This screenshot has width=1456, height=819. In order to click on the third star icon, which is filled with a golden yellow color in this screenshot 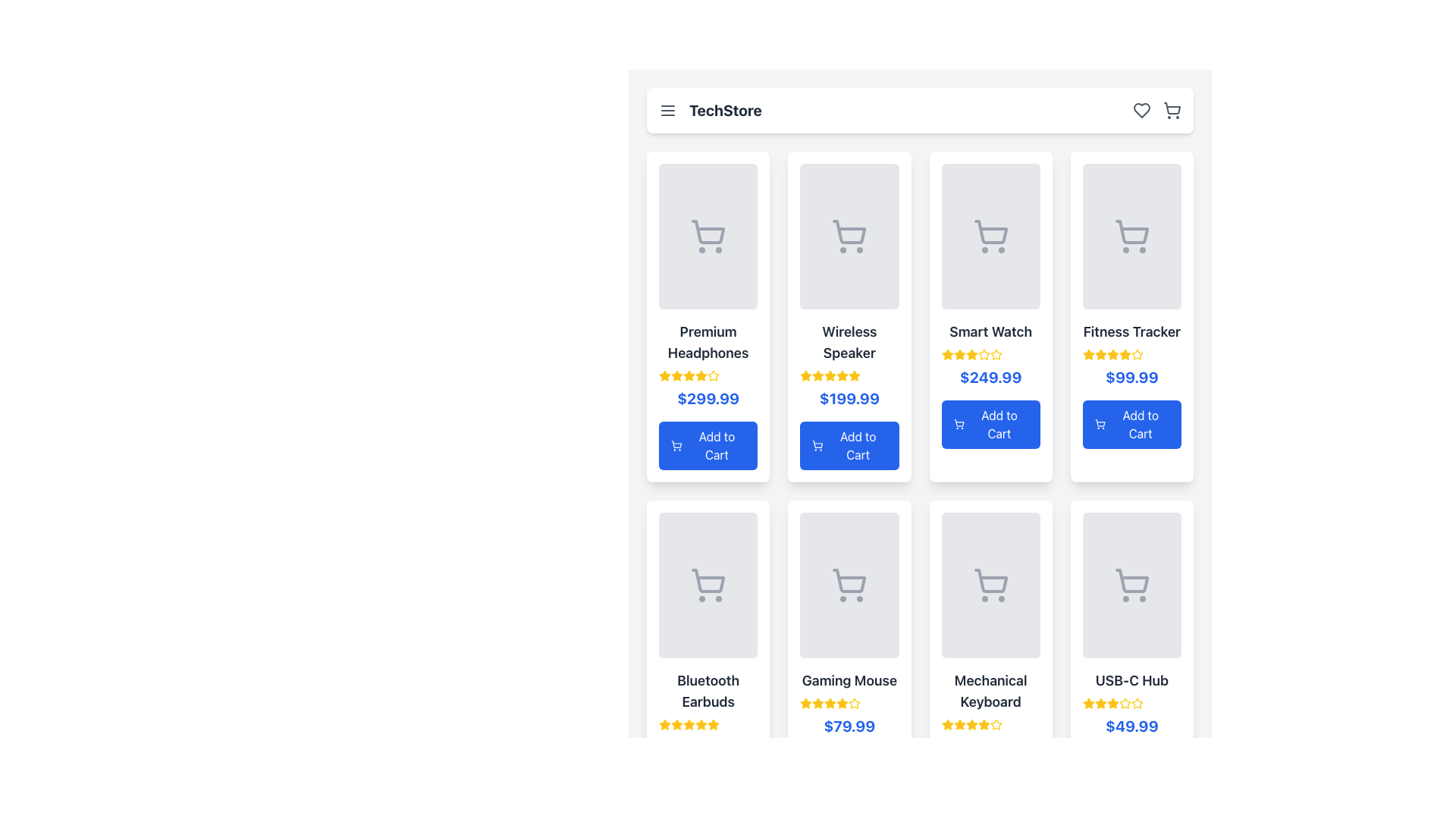, I will do `click(1100, 704)`.